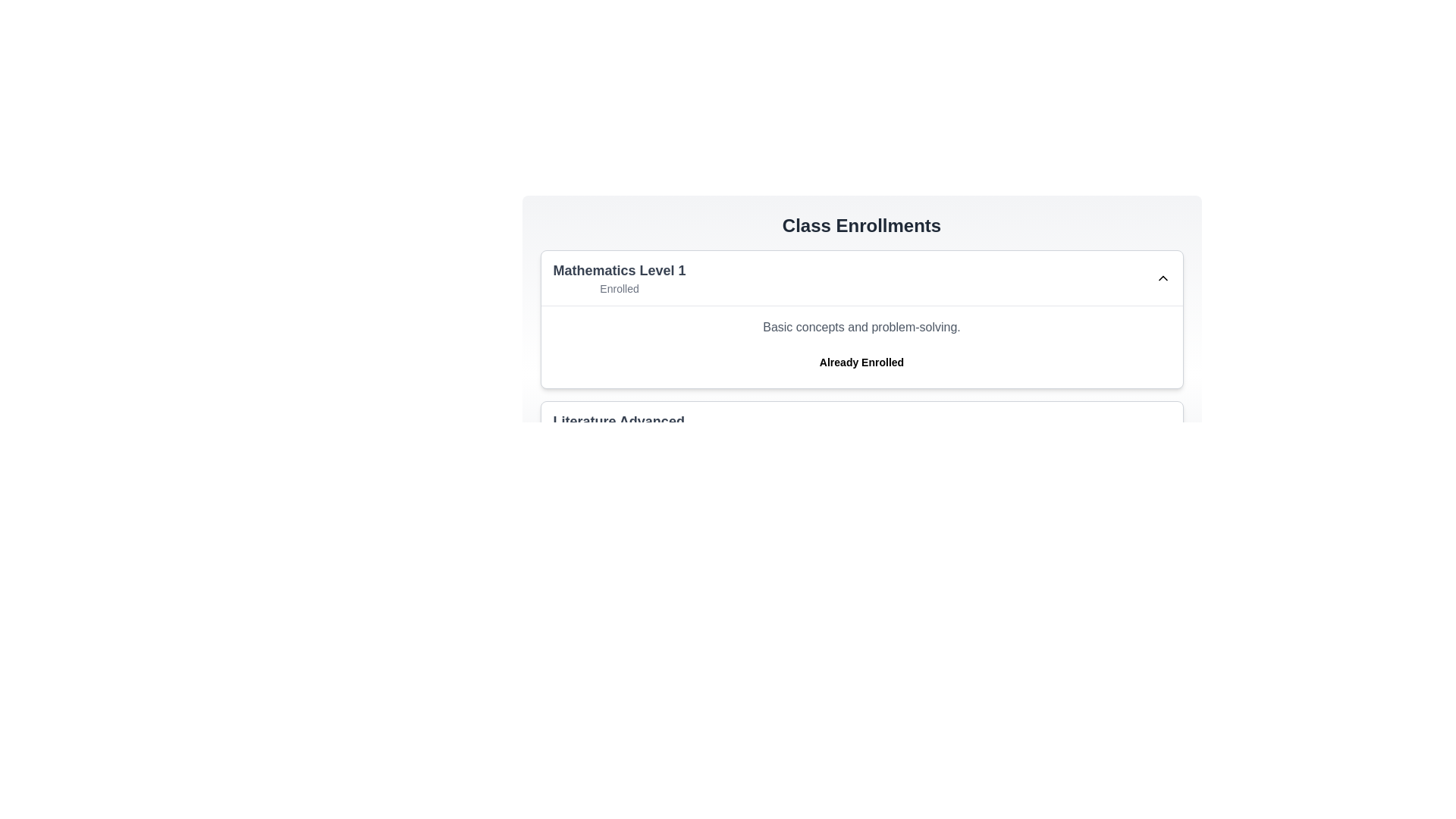 Image resolution: width=1456 pixels, height=819 pixels. I want to click on the 'Literature Advanced' button in the class enrollment interface, so click(861, 429).